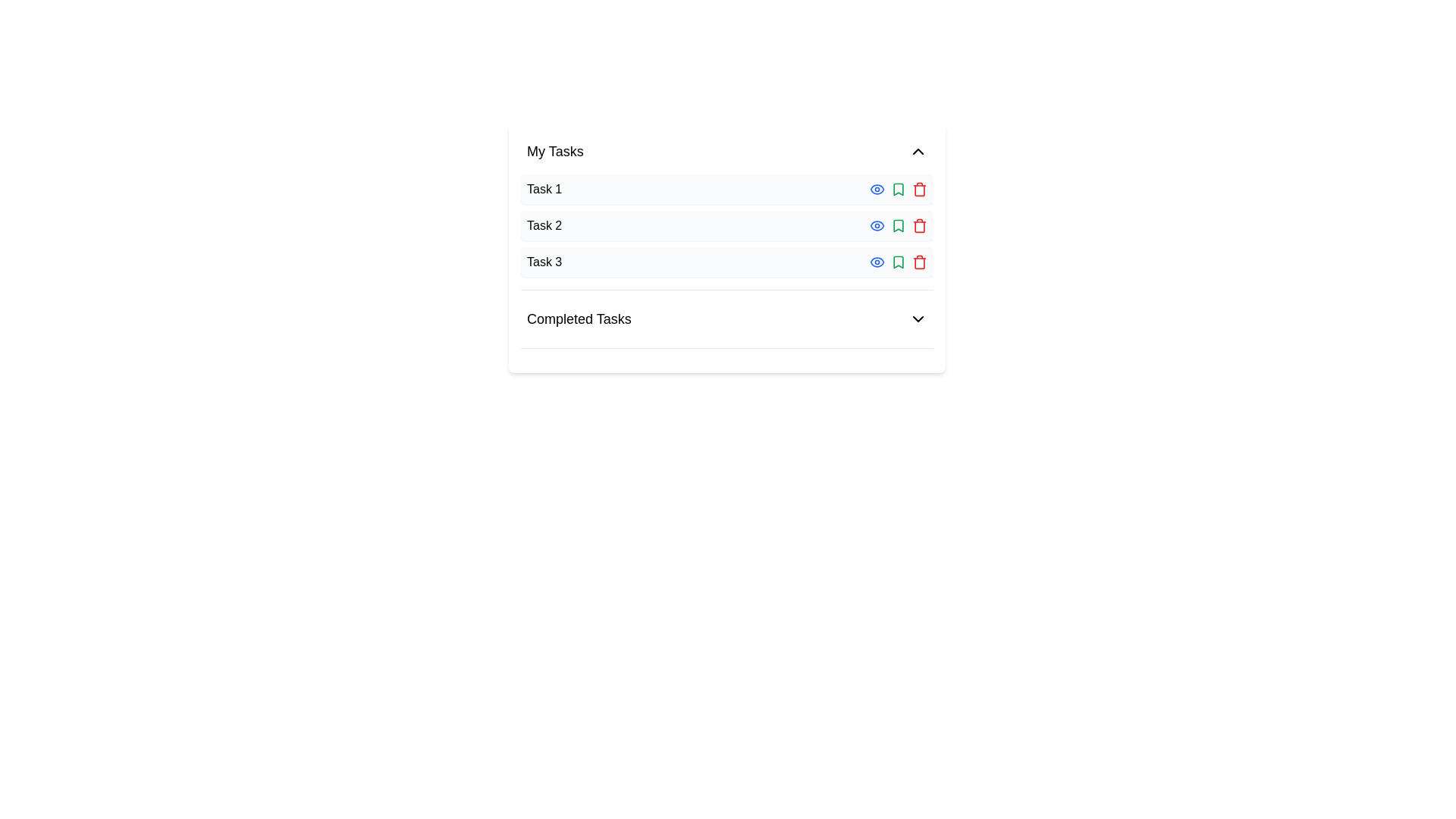 This screenshot has width=1456, height=819. I want to click on the interactive bookmark icon with a green outline, which is the second icon from the right in its group, so click(899, 225).